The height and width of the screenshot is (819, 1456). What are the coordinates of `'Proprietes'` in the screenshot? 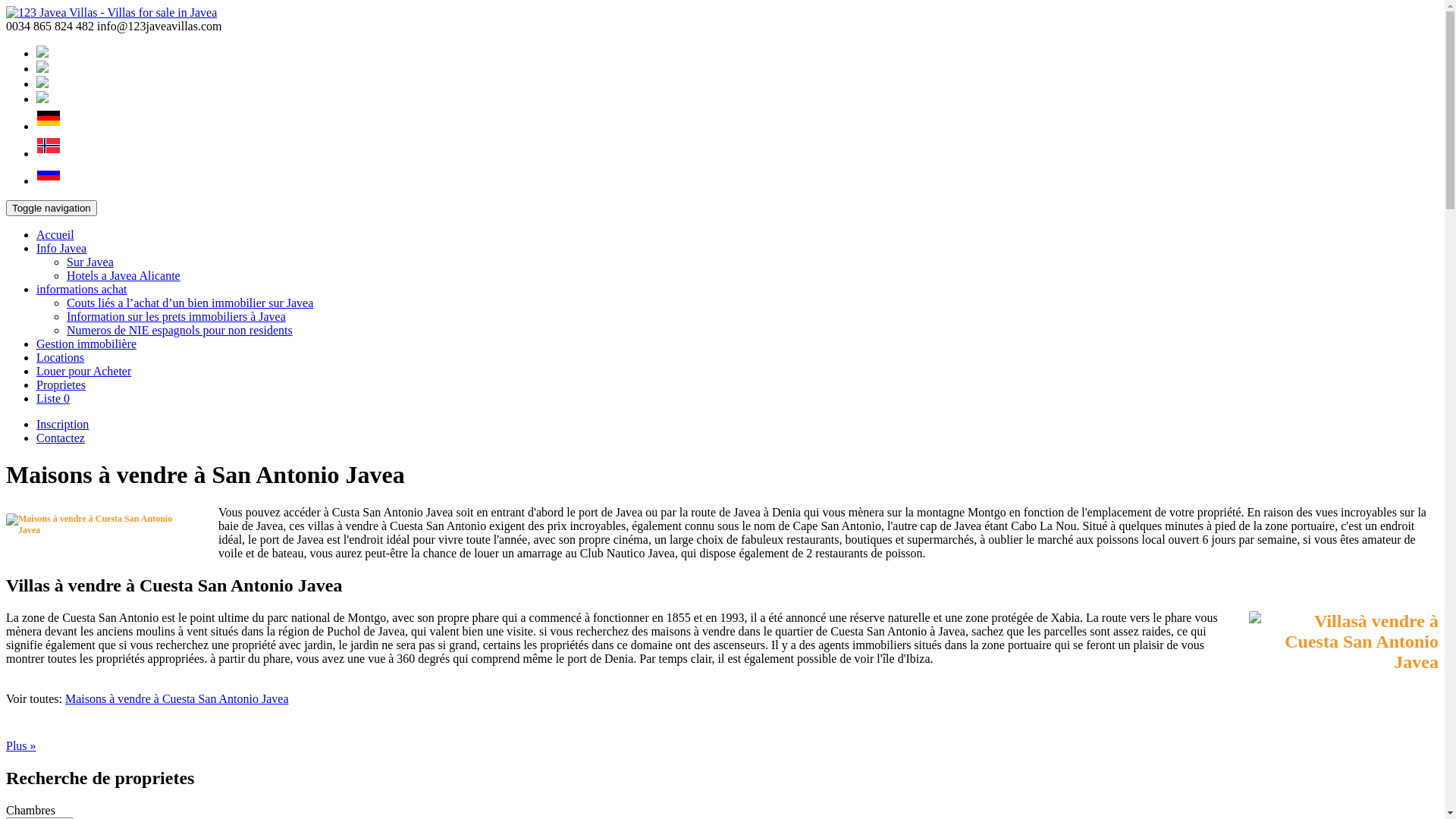 It's located at (61, 384).